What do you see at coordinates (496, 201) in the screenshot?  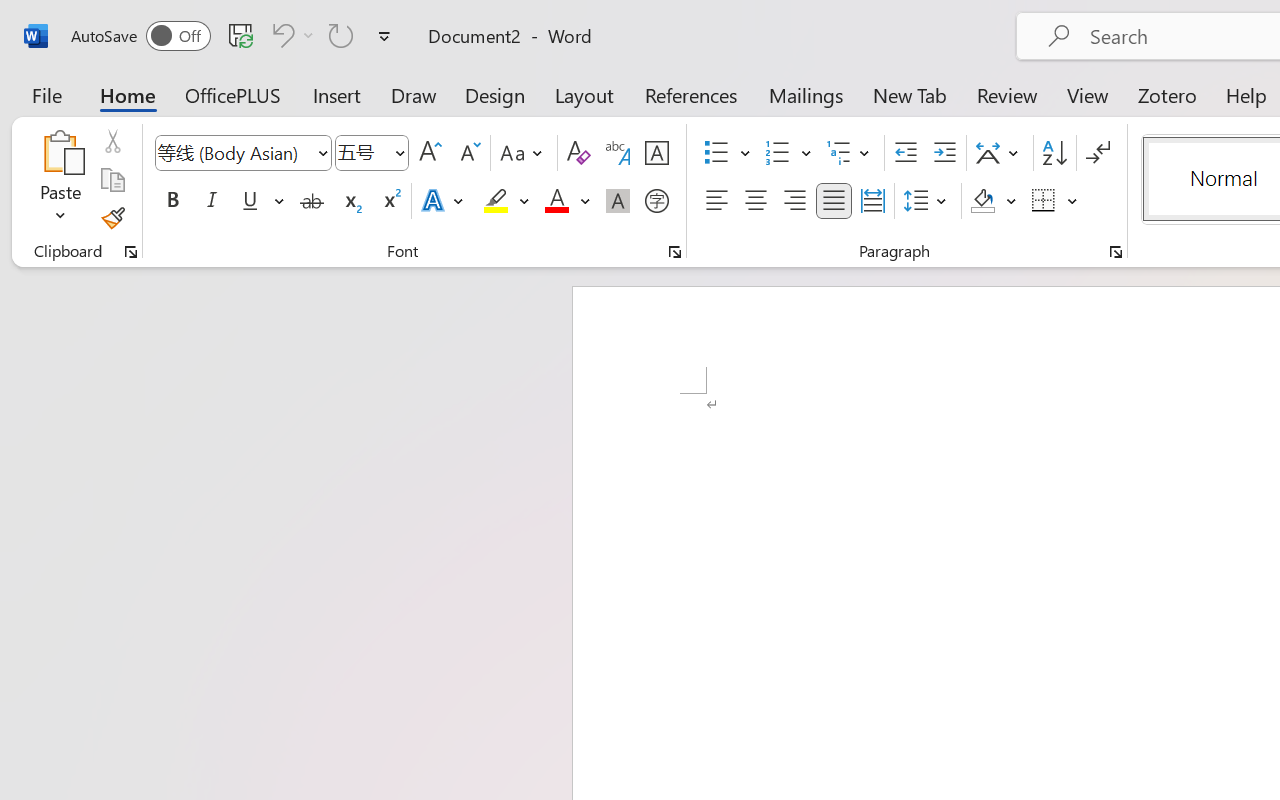 I see `'Text Highlight Color Yellow'` at bounding box center [496, 201].